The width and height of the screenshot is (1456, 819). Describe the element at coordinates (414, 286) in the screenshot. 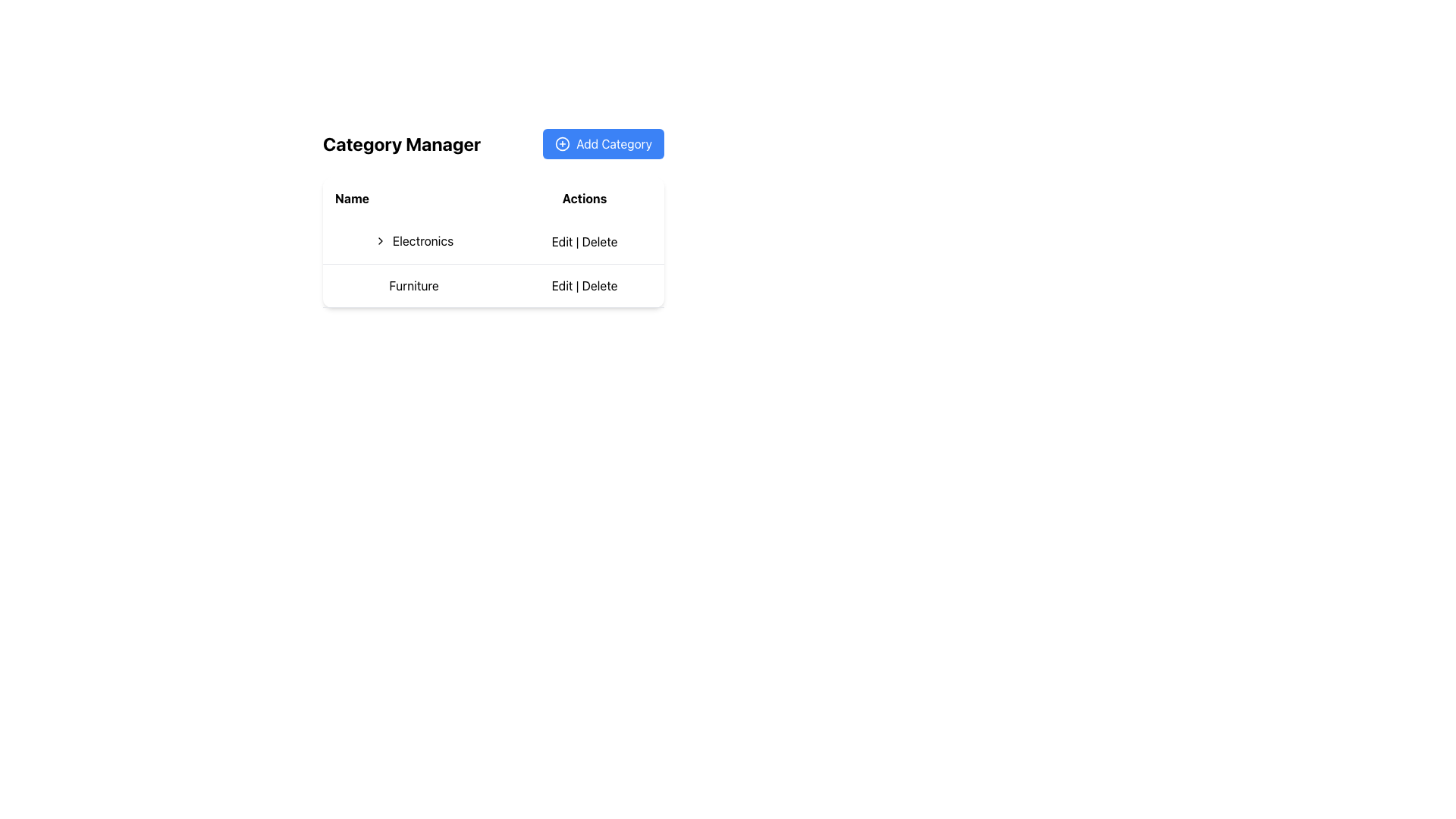

I see `the clickable text label displaying 'Furniture'` at that location.